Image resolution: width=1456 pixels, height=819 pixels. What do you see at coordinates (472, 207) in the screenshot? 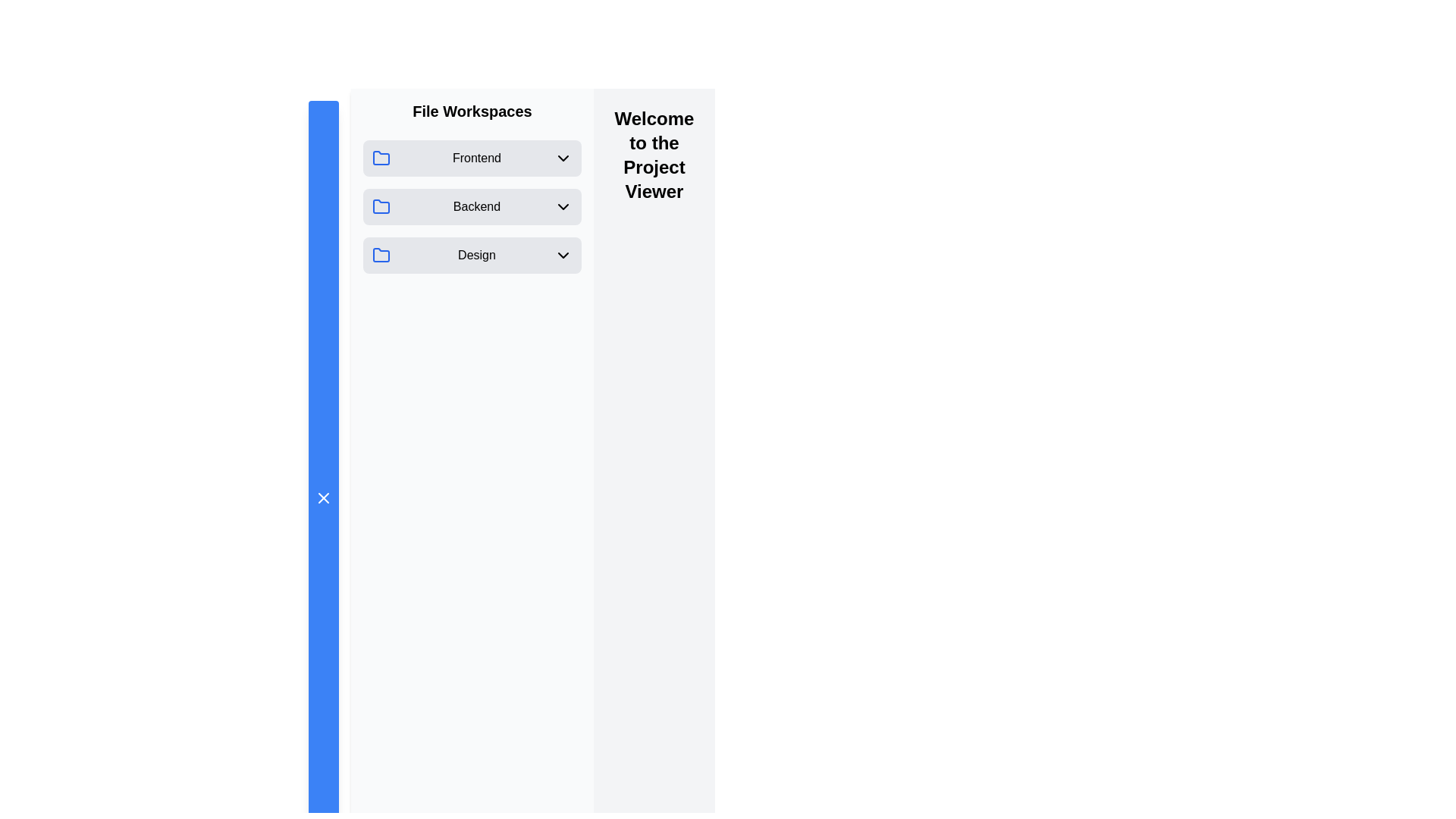
I see `the folder icon of the second list item labeled 'Backend' under the 'File Workspaces' header` at bounding box center [472, 207].